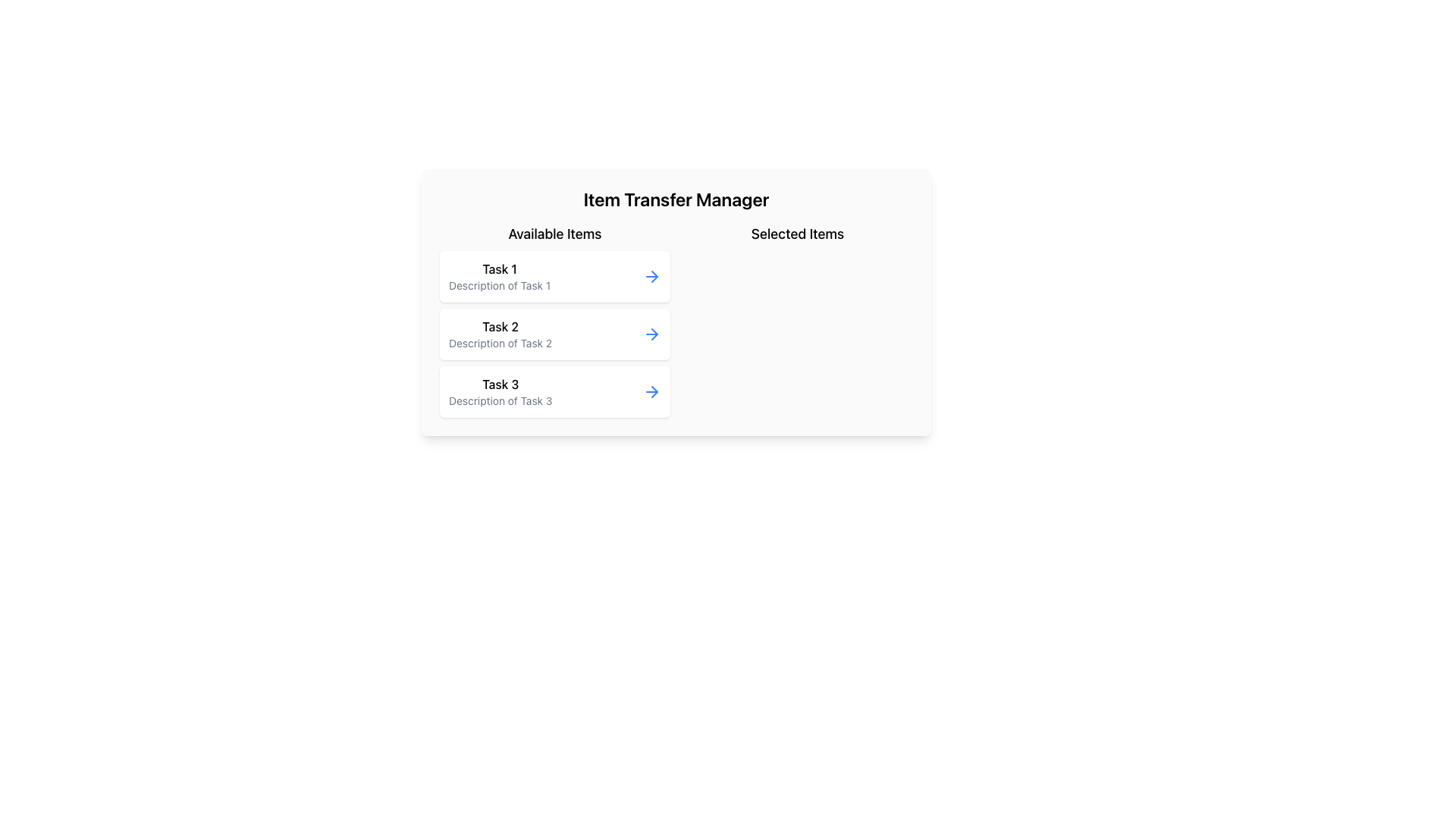 The height and width of the screenshot is (819, 1456). I want to click on task details from the first item in the vertical list of tasks under the heading 'Available Items', so click(499, 277).